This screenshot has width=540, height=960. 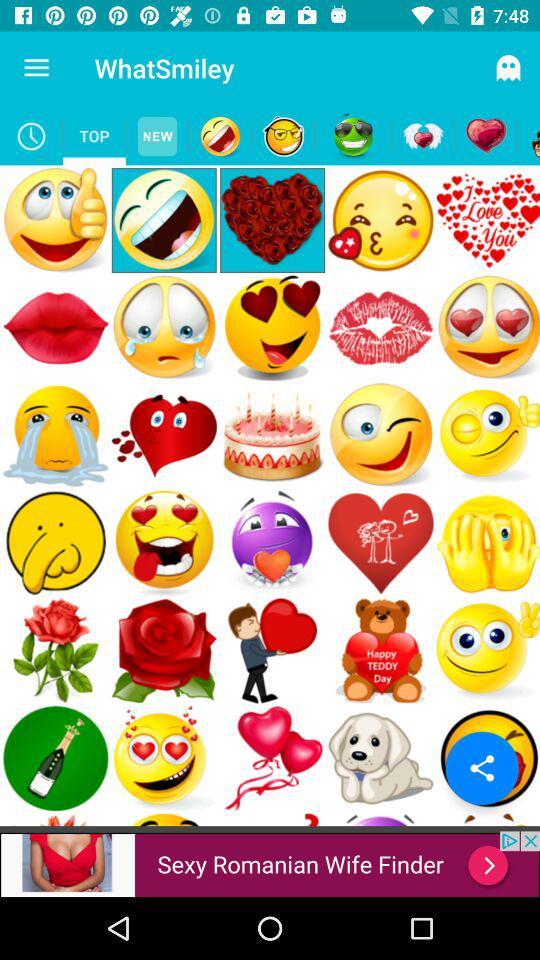 What do you see at coordinates (156, 135) in the screenshot?
I see `new emojis` at bounding box center [156, 135].